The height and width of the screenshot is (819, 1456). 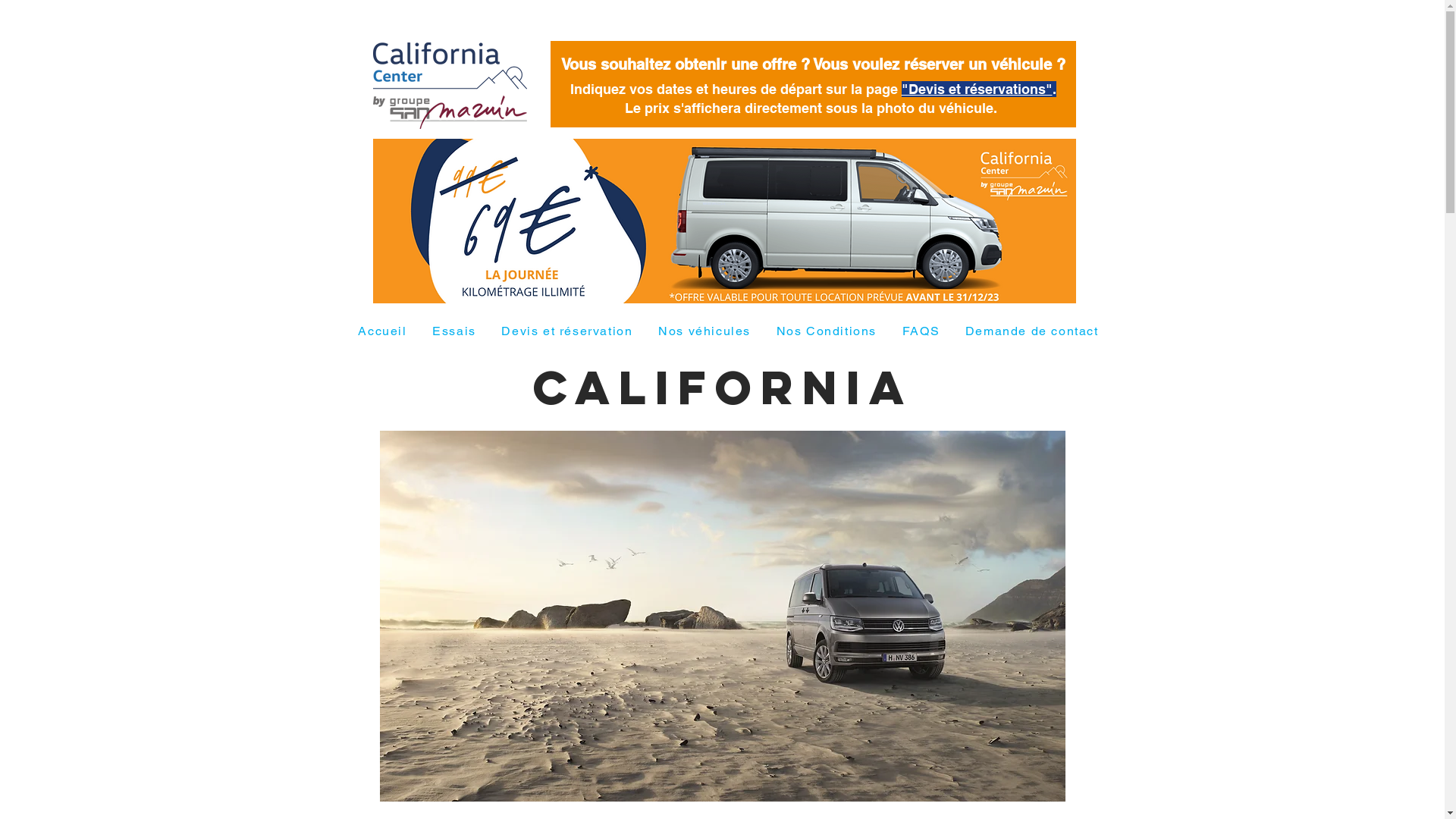 I want to click on 'Accueil', so click(x=382, y=331).